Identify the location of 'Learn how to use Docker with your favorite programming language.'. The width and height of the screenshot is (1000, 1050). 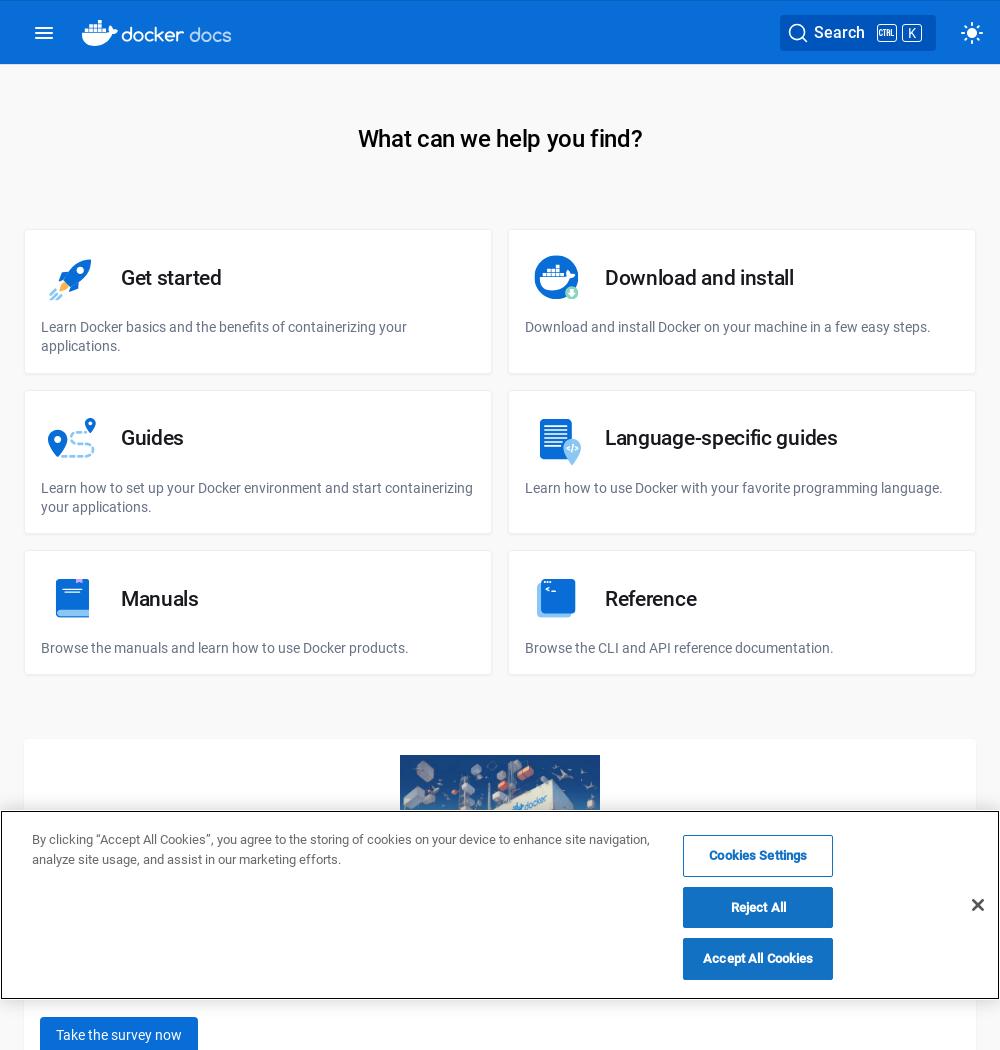
(733, 486).